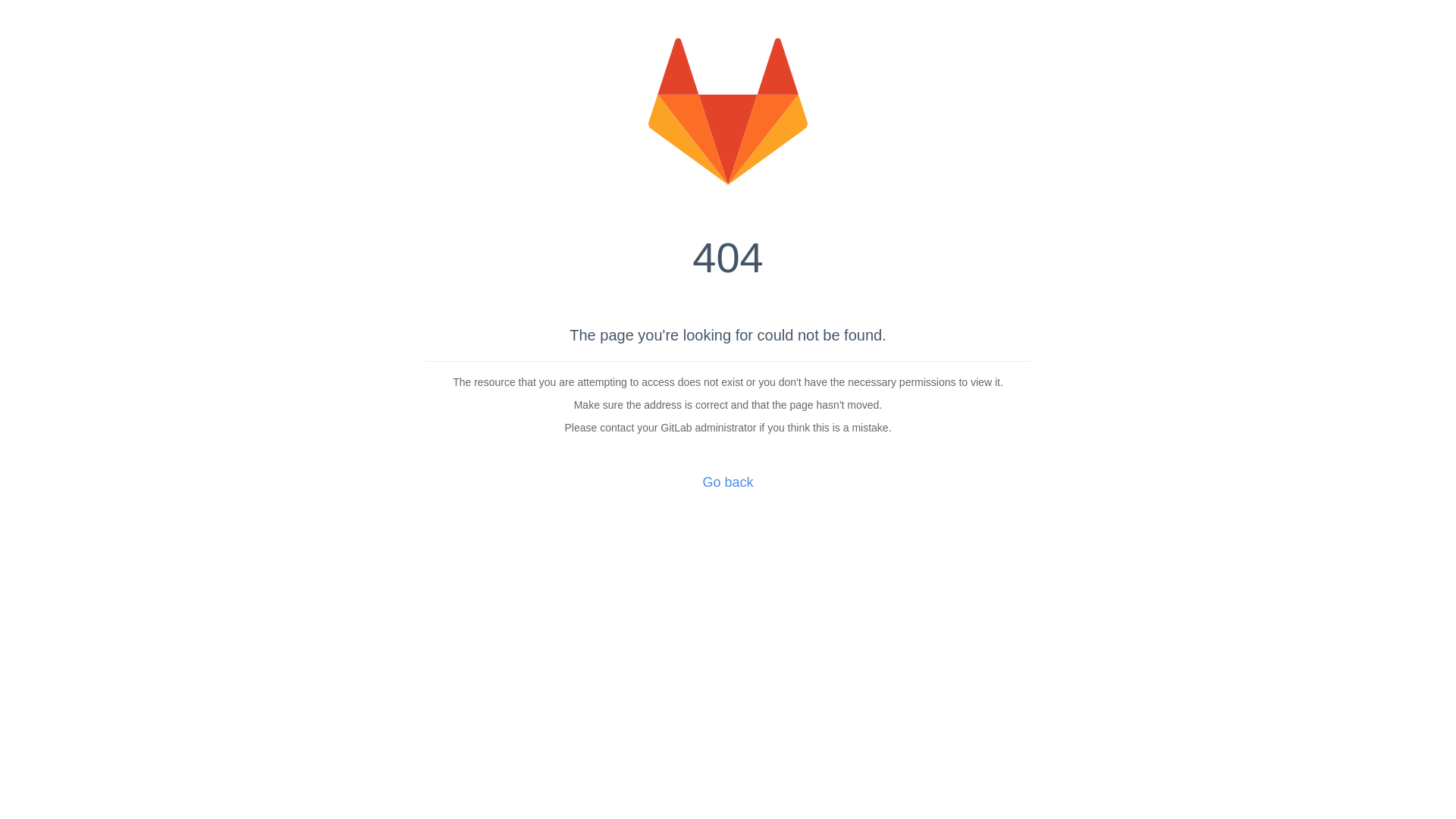  Describe the element at coordinates (726, 482) in the screenshot. I see `'Go back'` at that location.